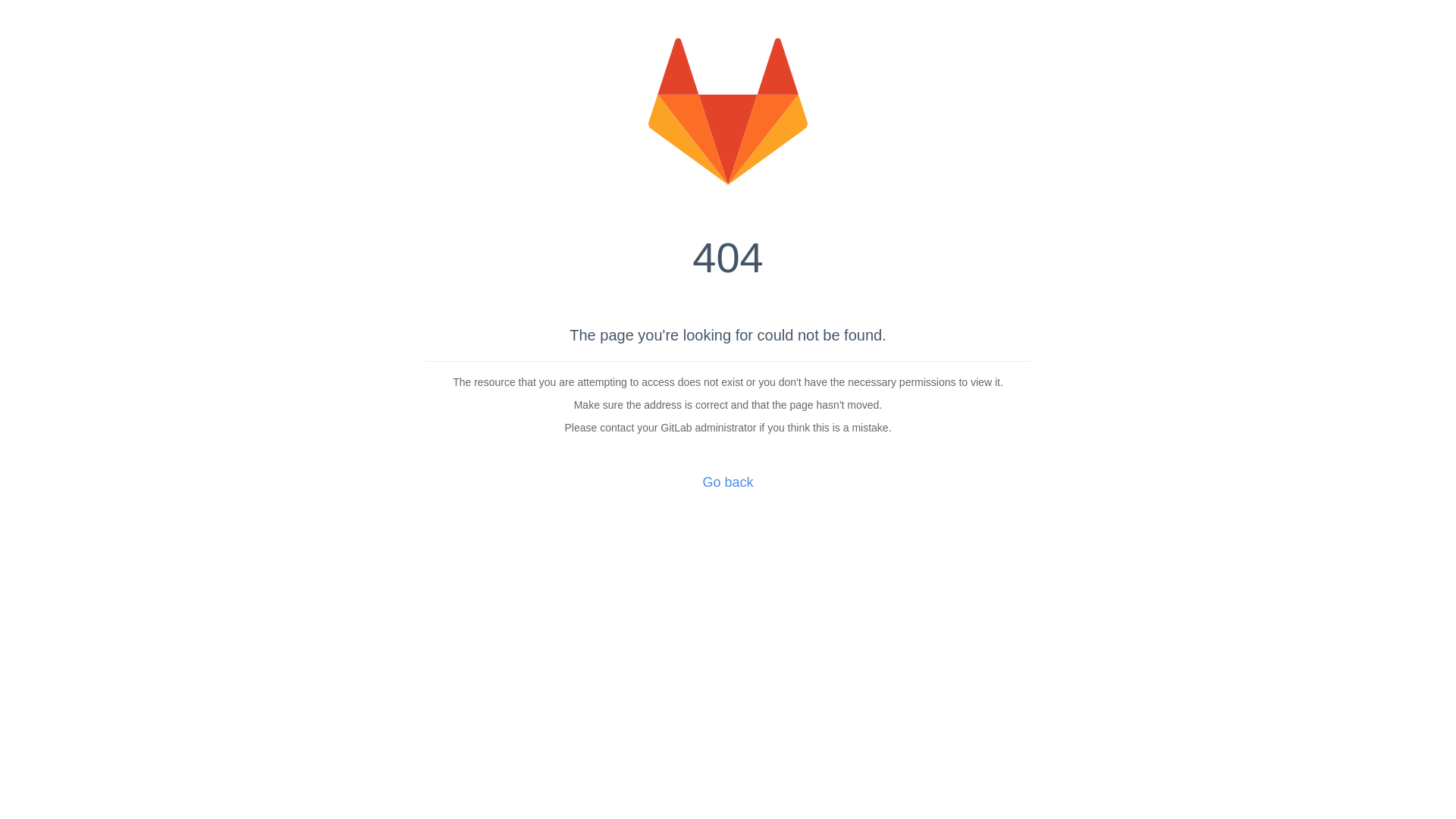  Describe the element at coordinates (726, 482) in the screenshot. I see `'Go back'` at that location.